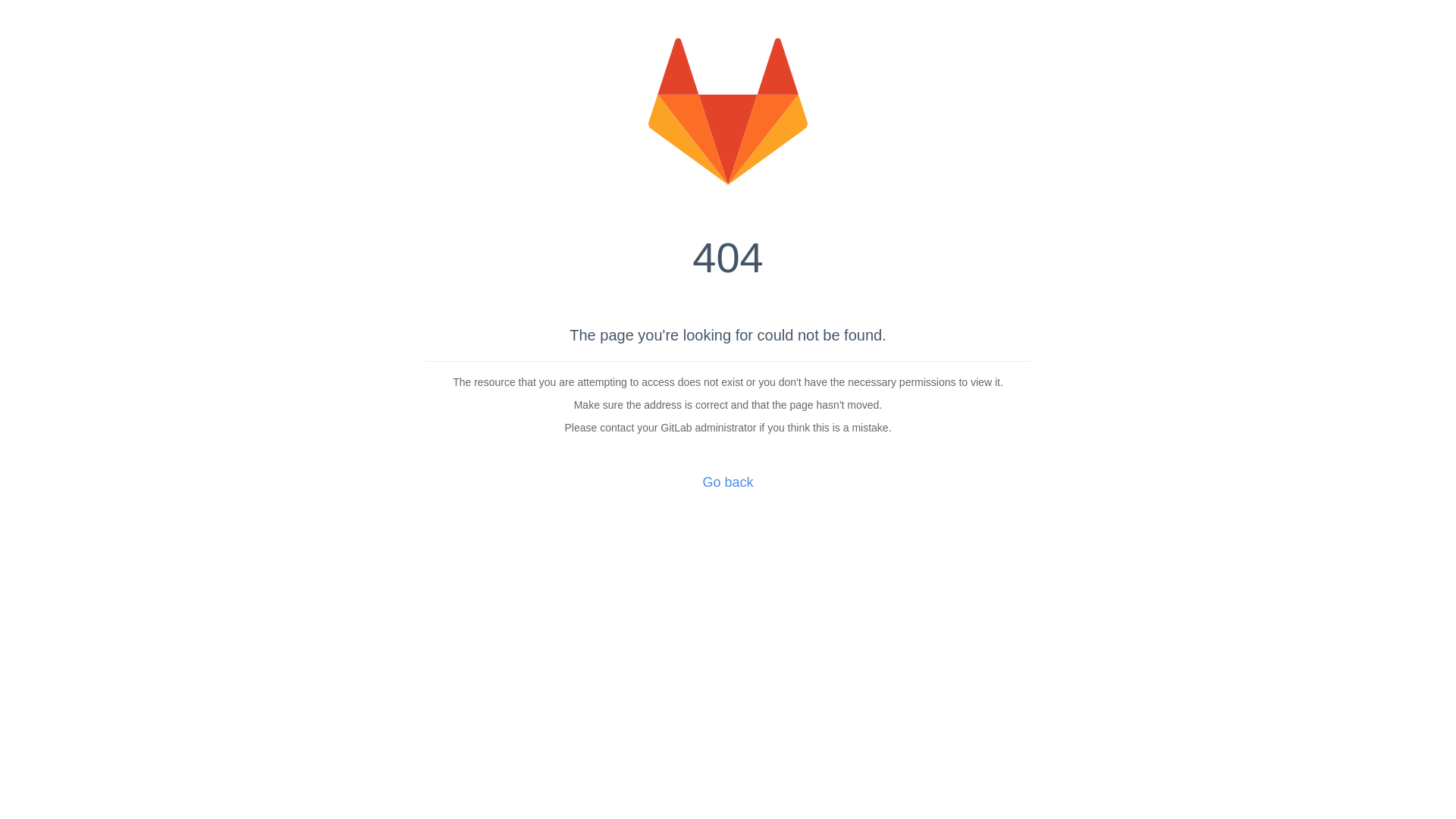  Describe the element at coordinates (726, 482) in the screenshot. I see `'Go back'` at that location.